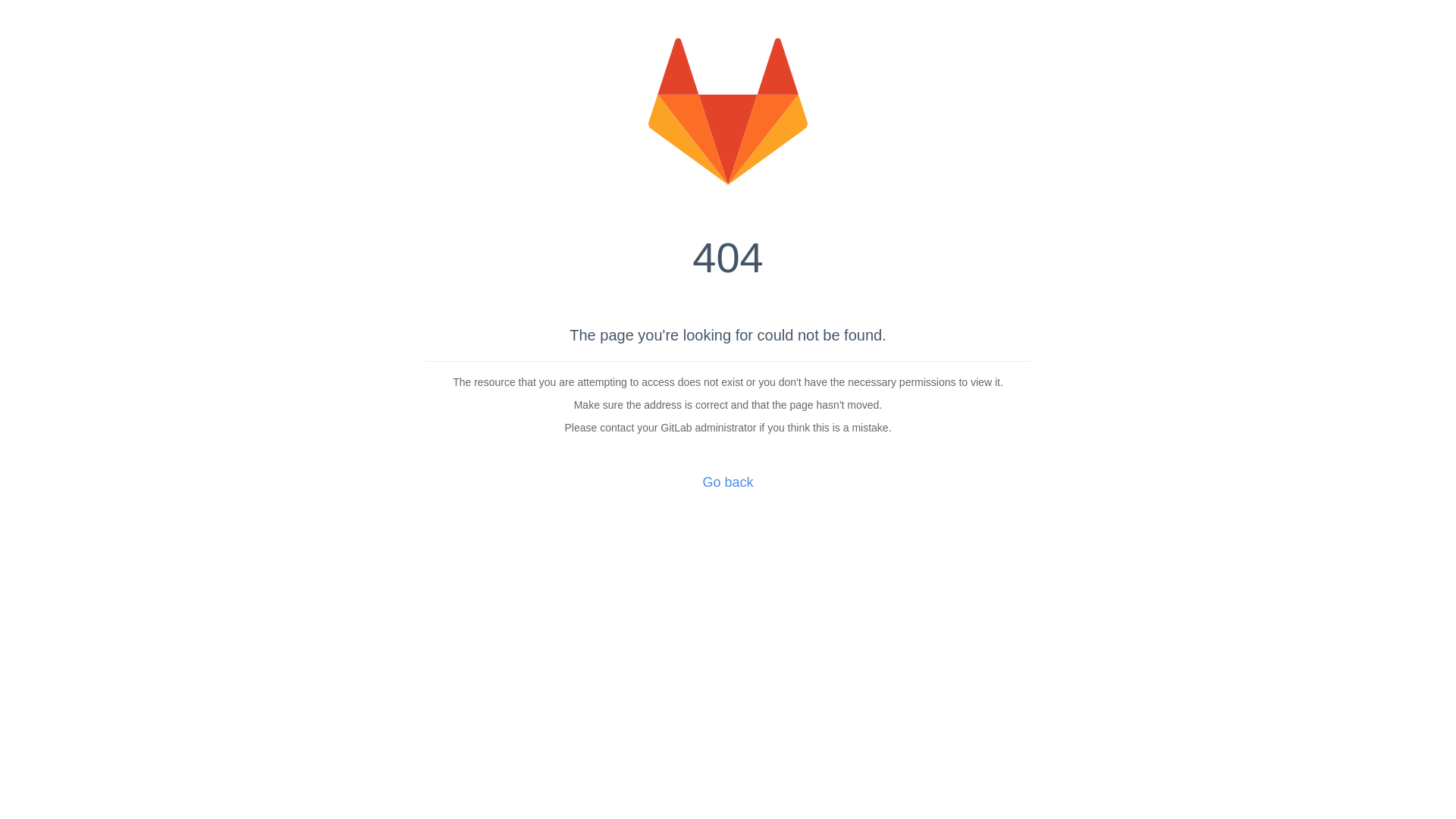  Describe the element at coordinates (726, 482) in the screenshot. I see `'Go back'` at that location.